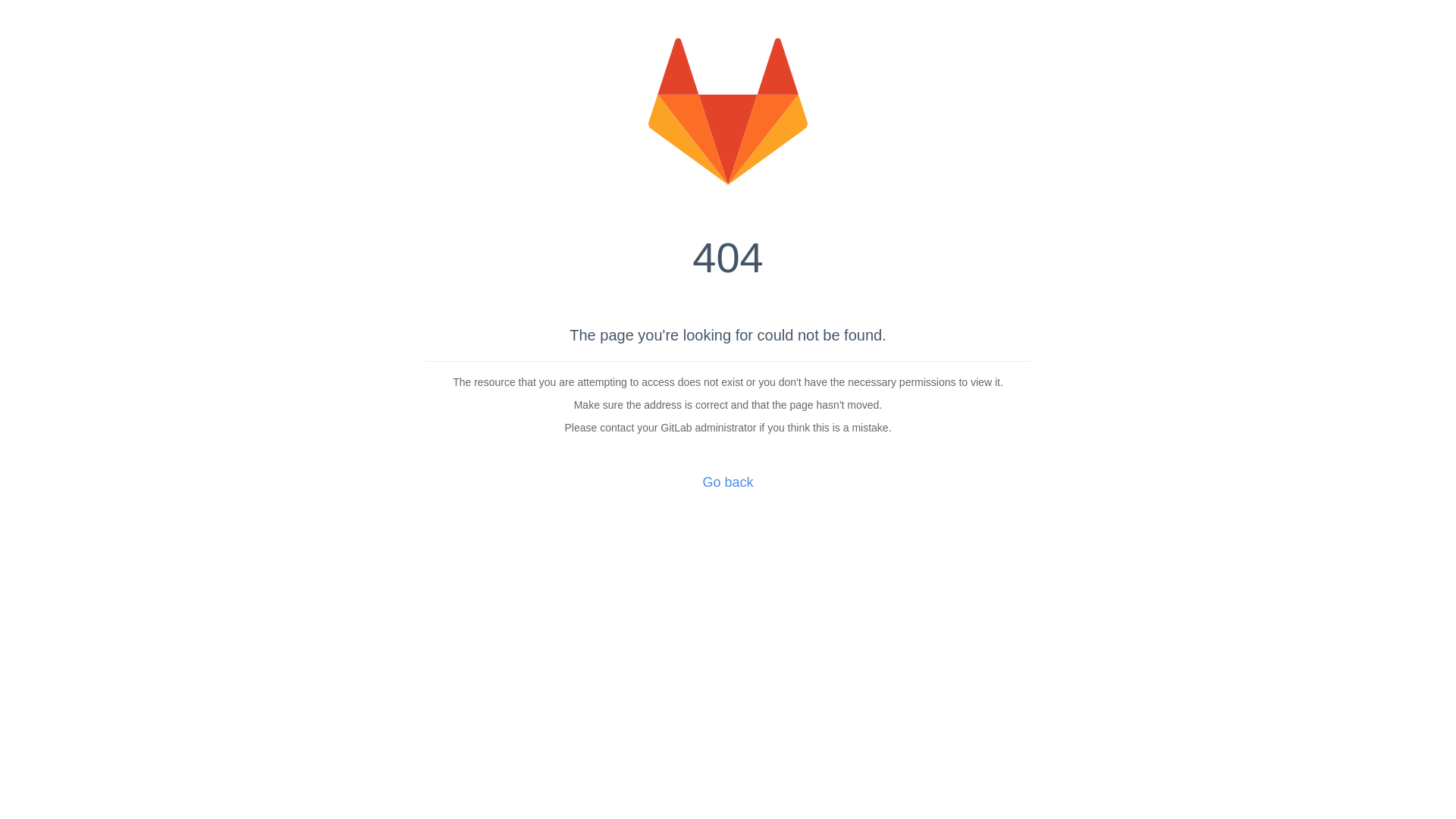  Describe the element at coordinates (726, 482) in the screenshot. I see `'Go back'` at that location.